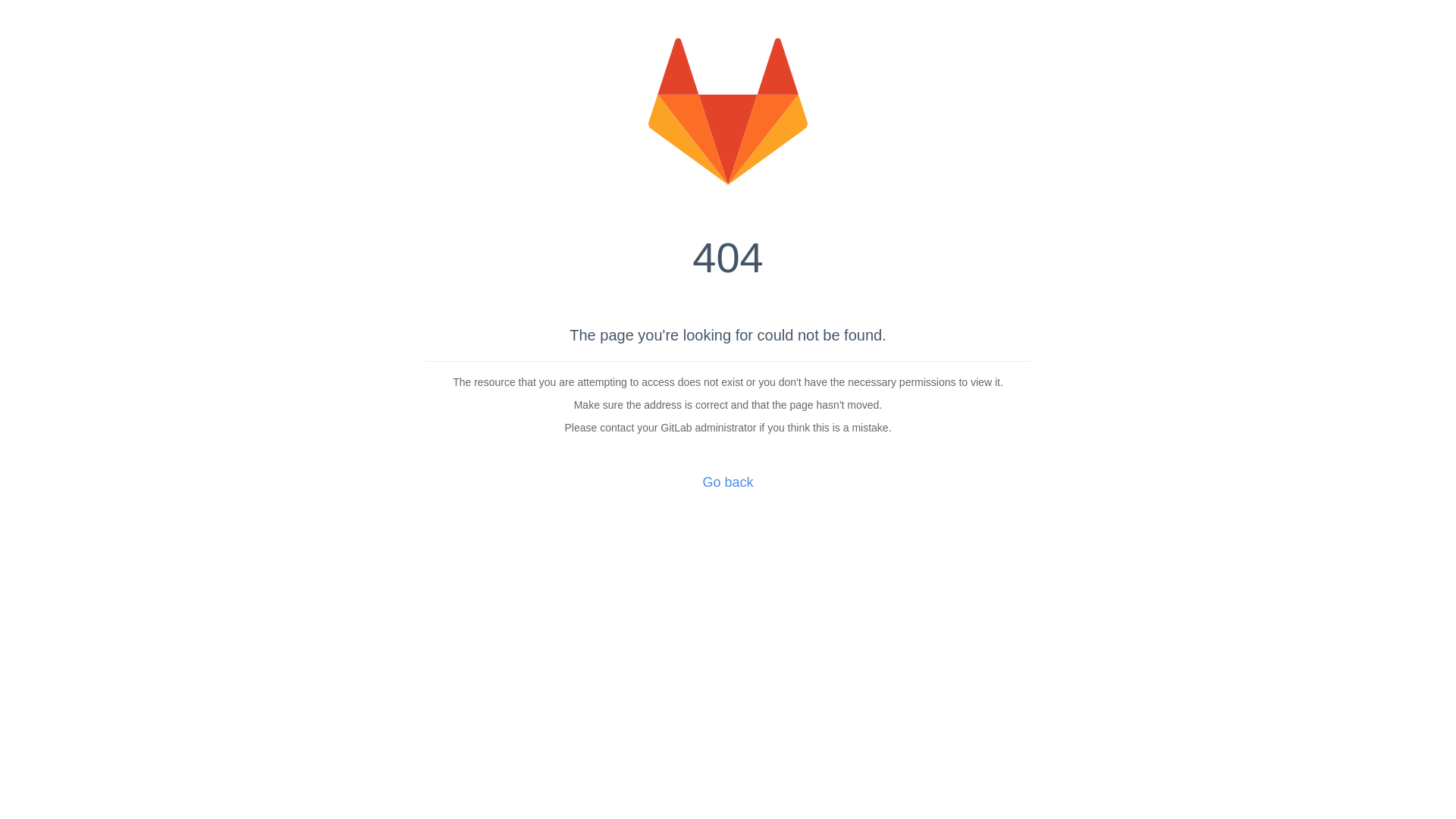  Describe the element at coordinates (726, 482) in the screenshot. I see `'Go back'` at that location.